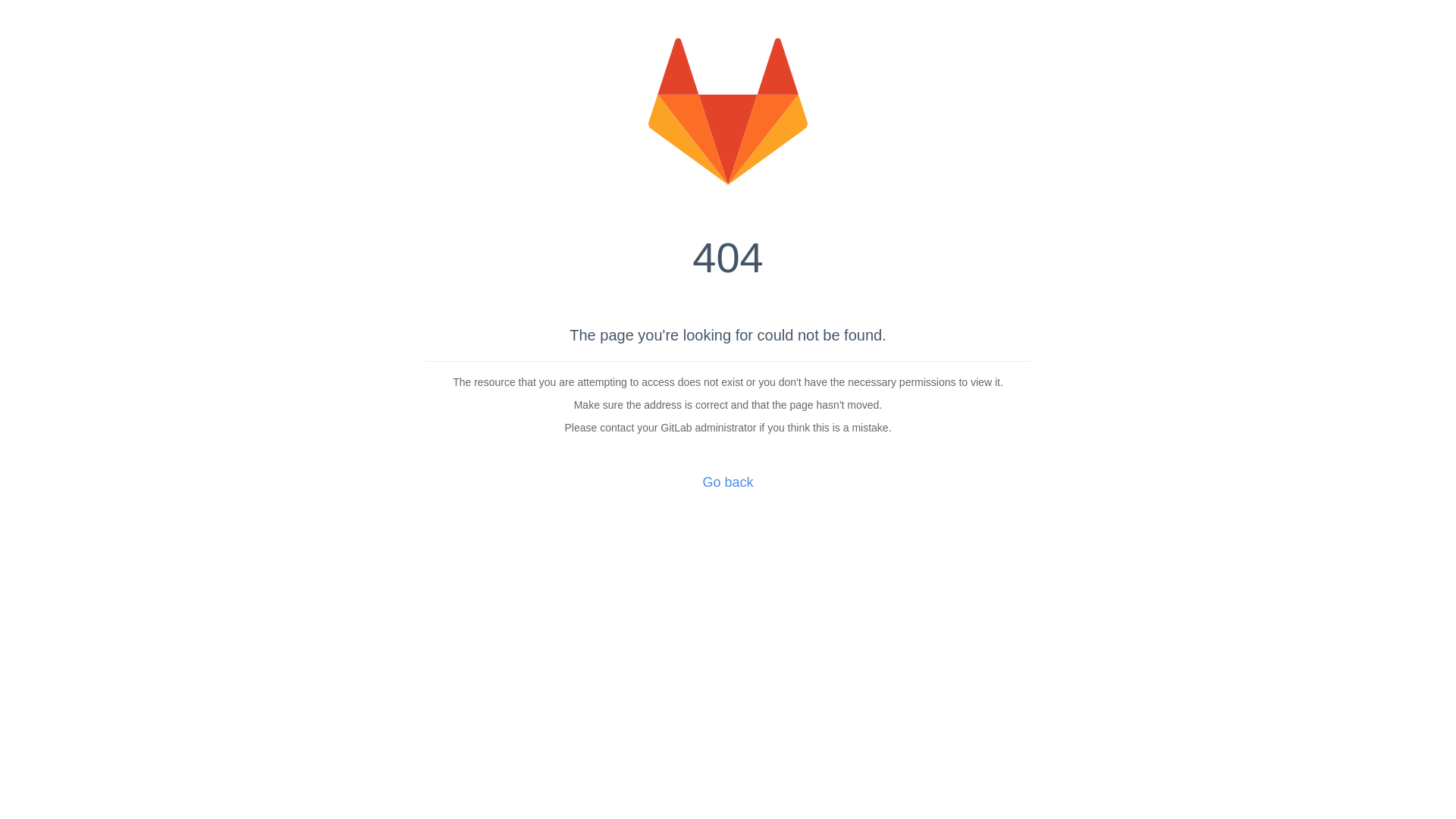  Describe the element at coordinates (726, 482) in the screenshot. I see `'Go back'` at that location.